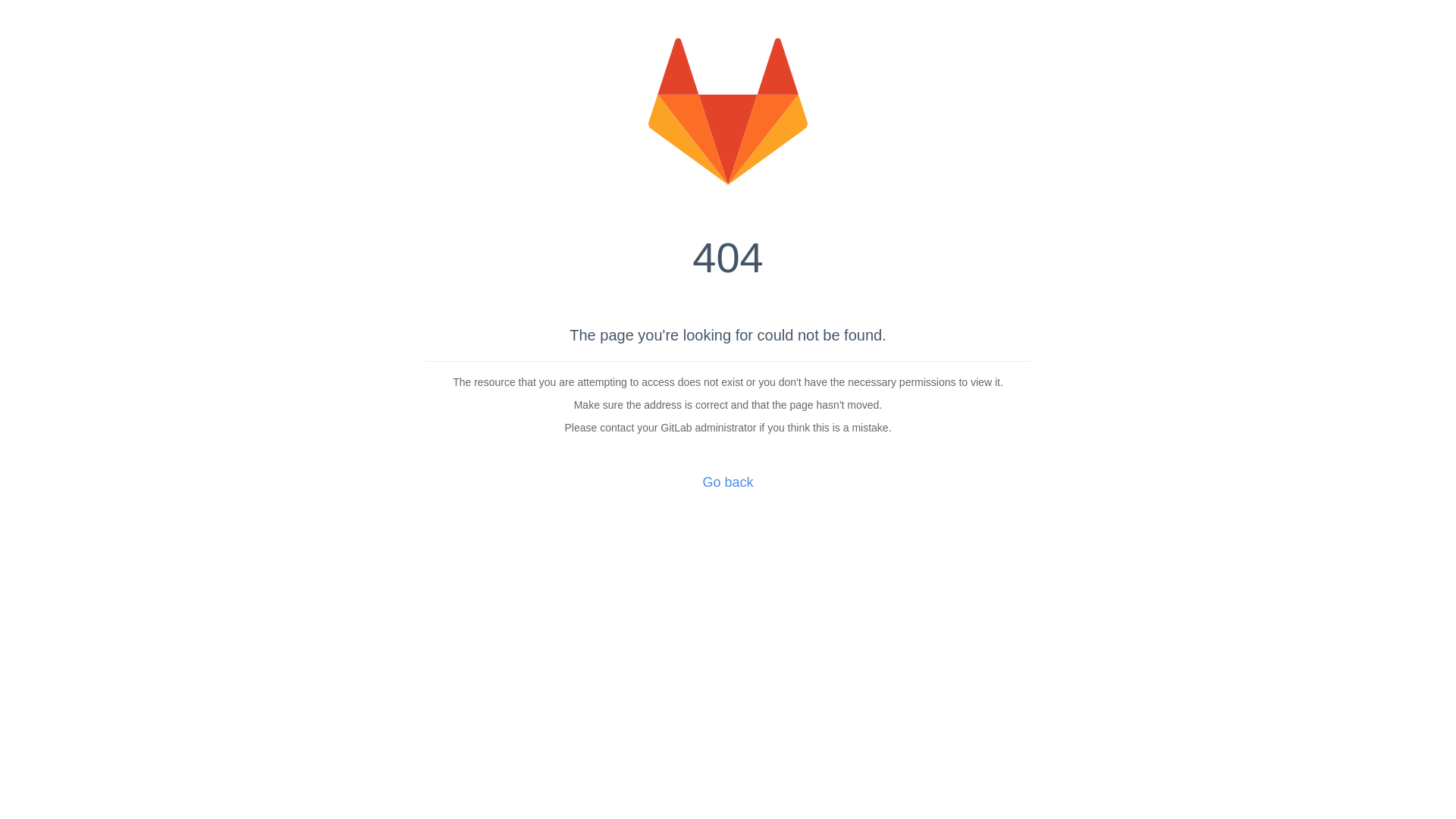  Describe the element at coordinates (726, 482) in the screenshot. I see `'Go back'` at that location.